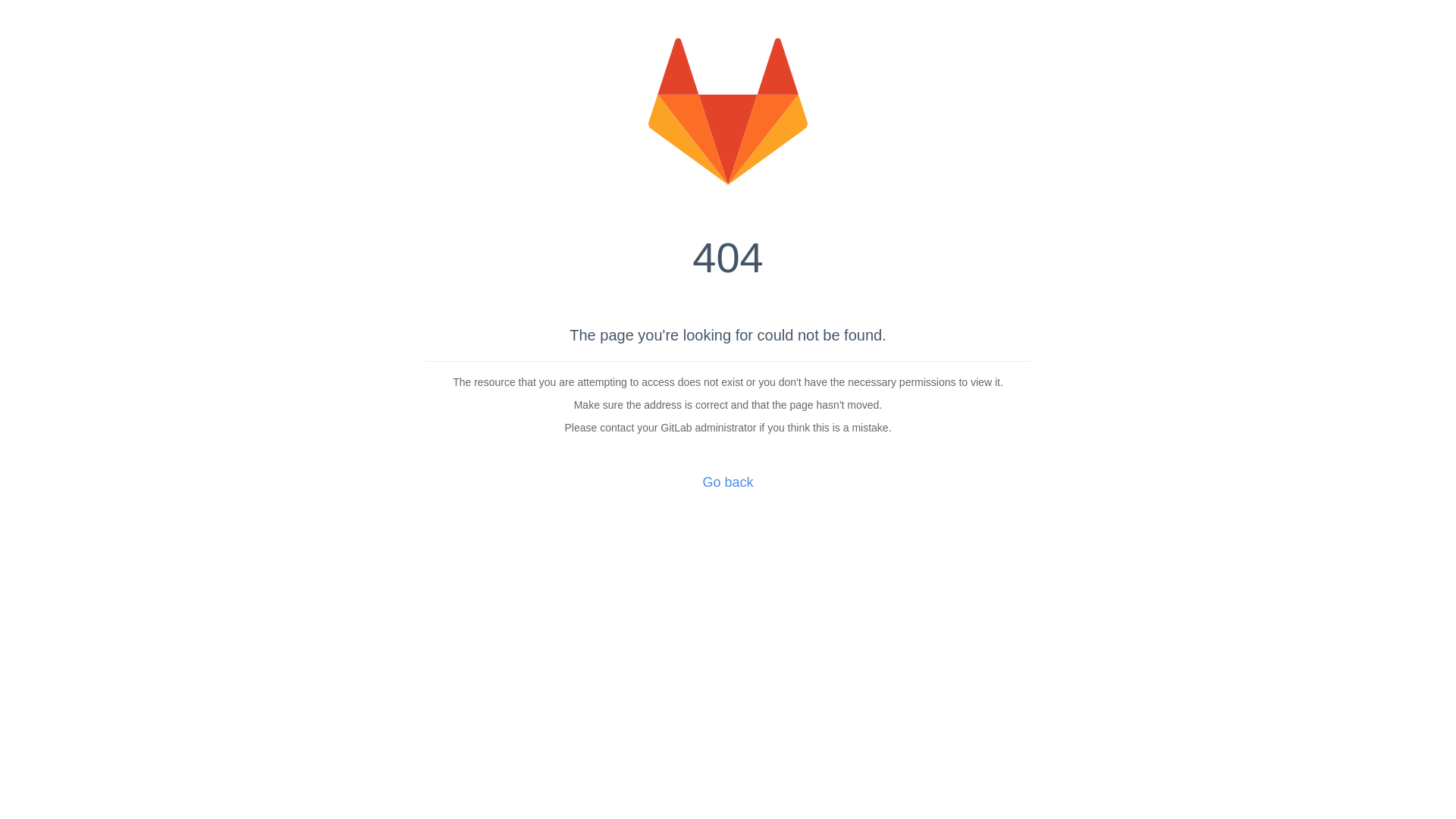  Describe the element at coordinates (726, 482) in the screenshot. I see `'Go back'` at that location.